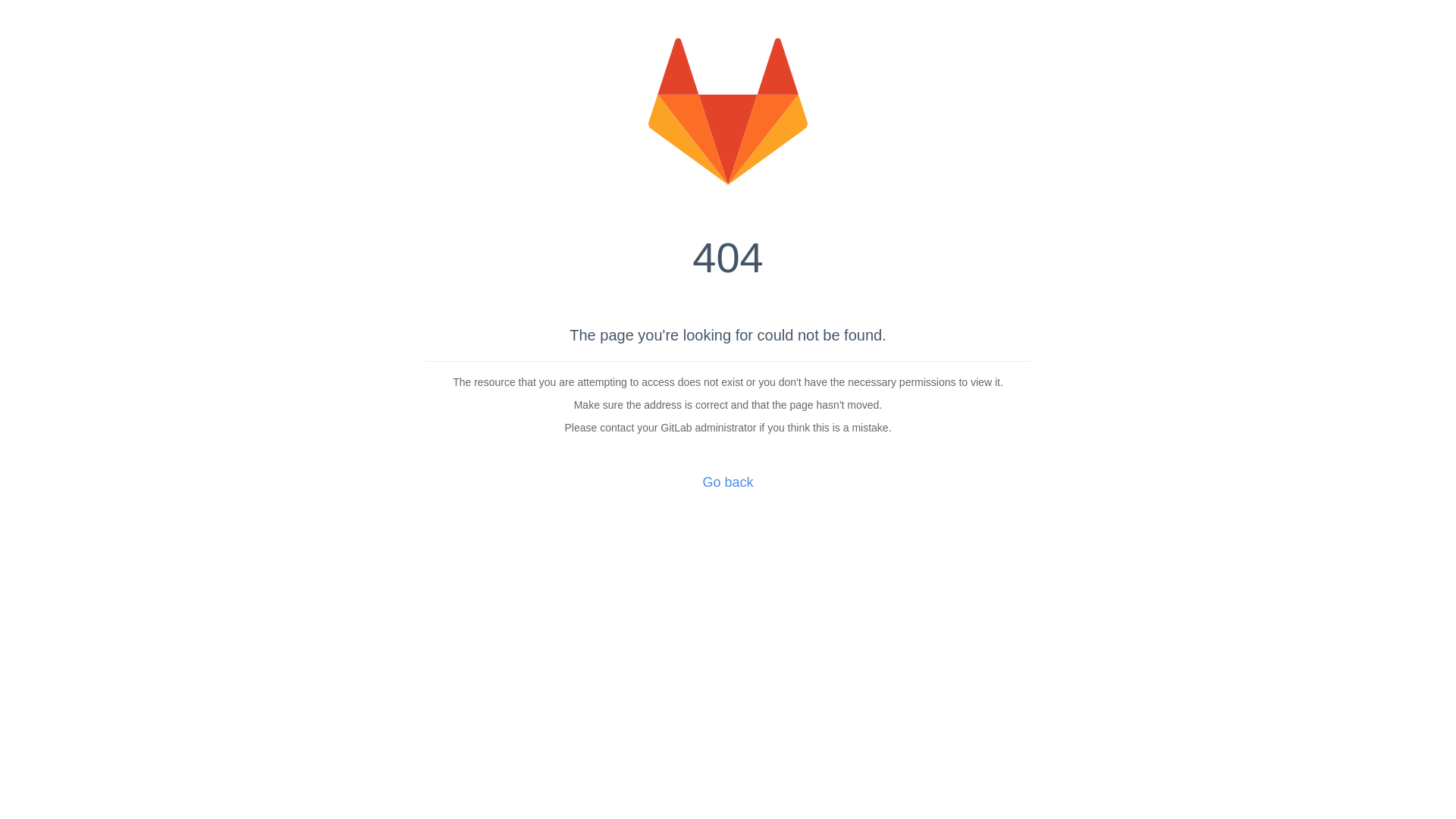  Describe the element at coordinates (726, 482) in the screenshot. I see `'Go back'` at that location.